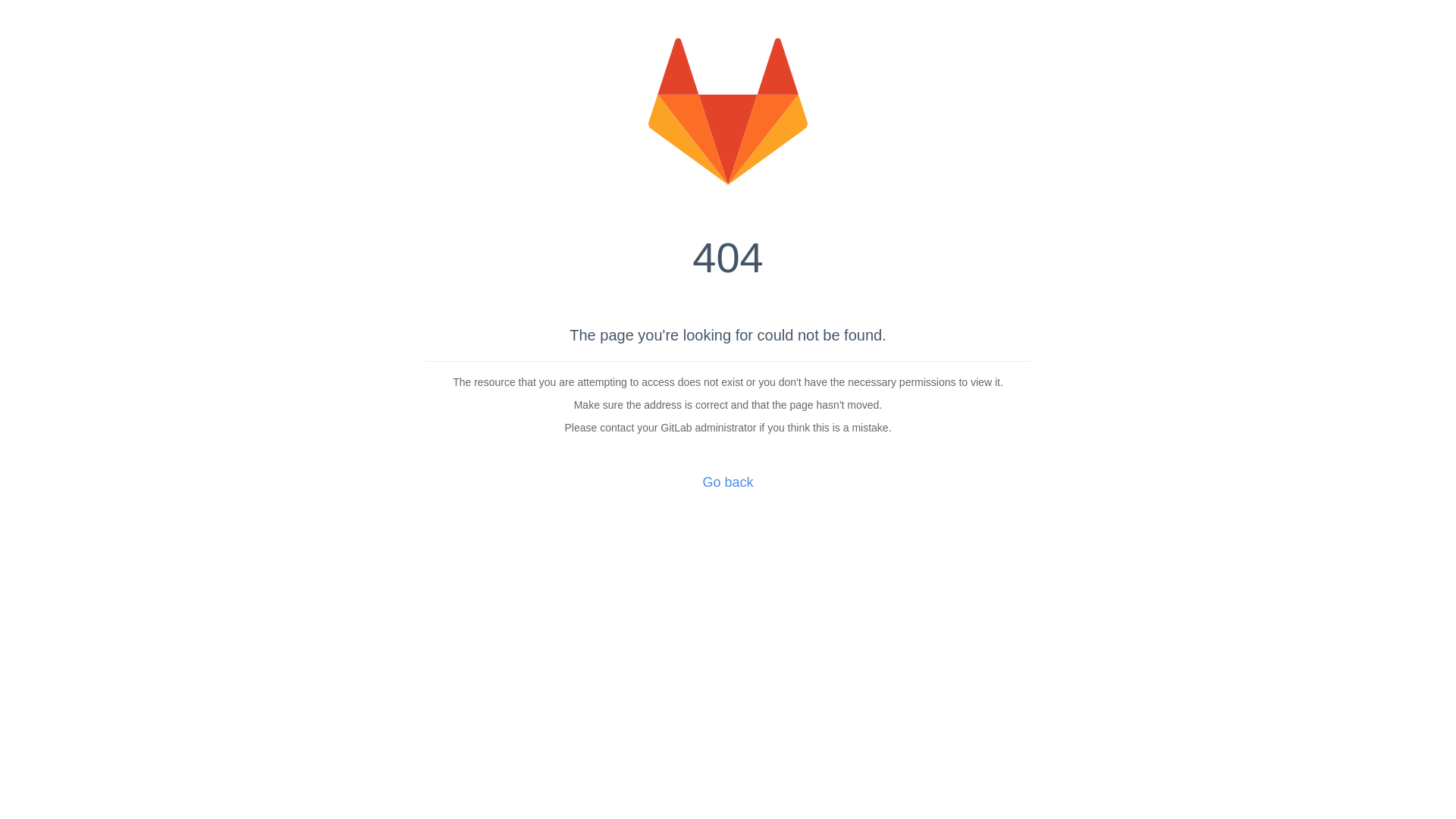  Describe the element at coordinates (726, 482) in the screenshot. I see `'Go back'` at that location.